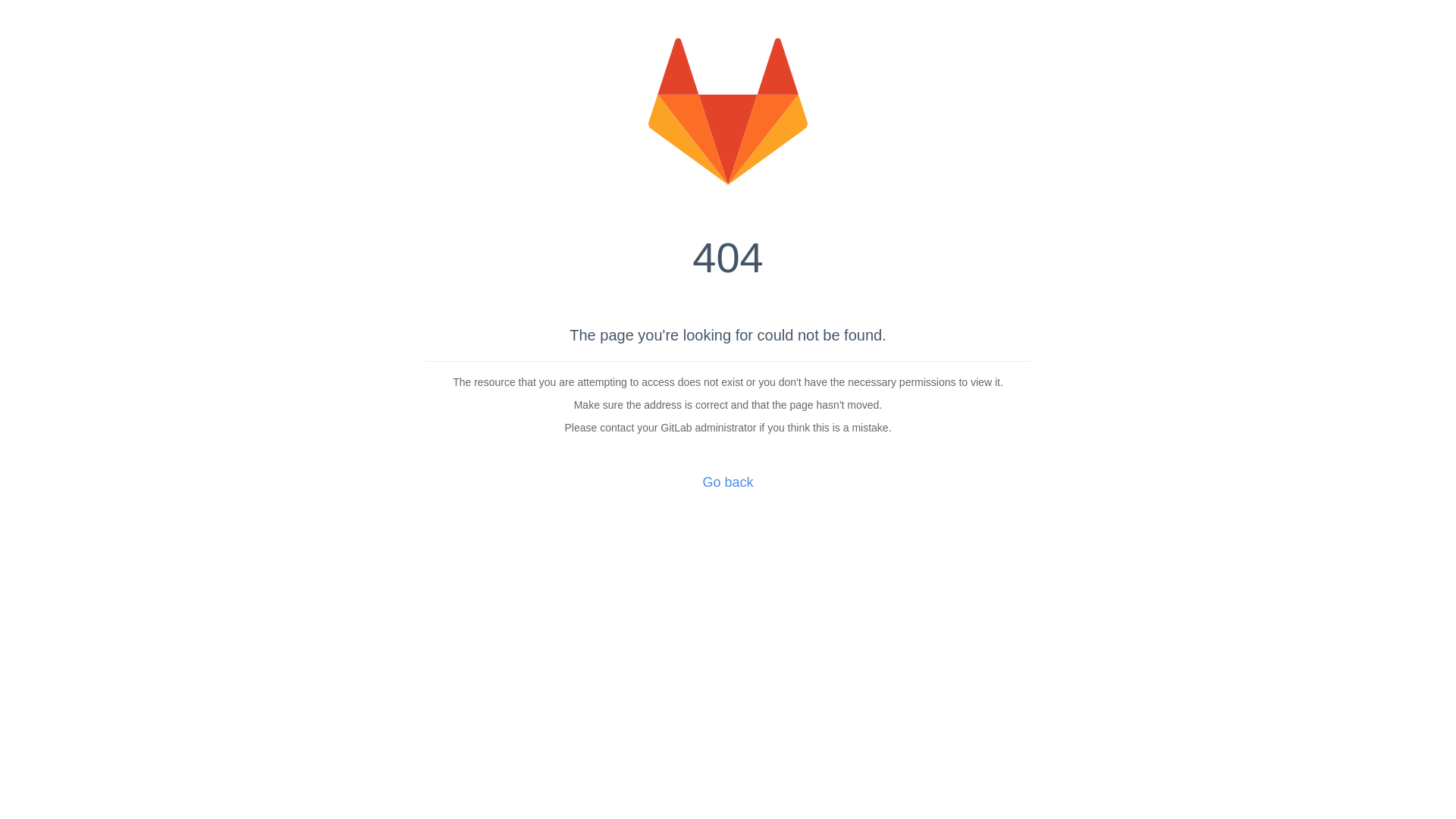  Describe the element at coordinates (726, 482) in the screenshot. I see `'Go back'` at that location.